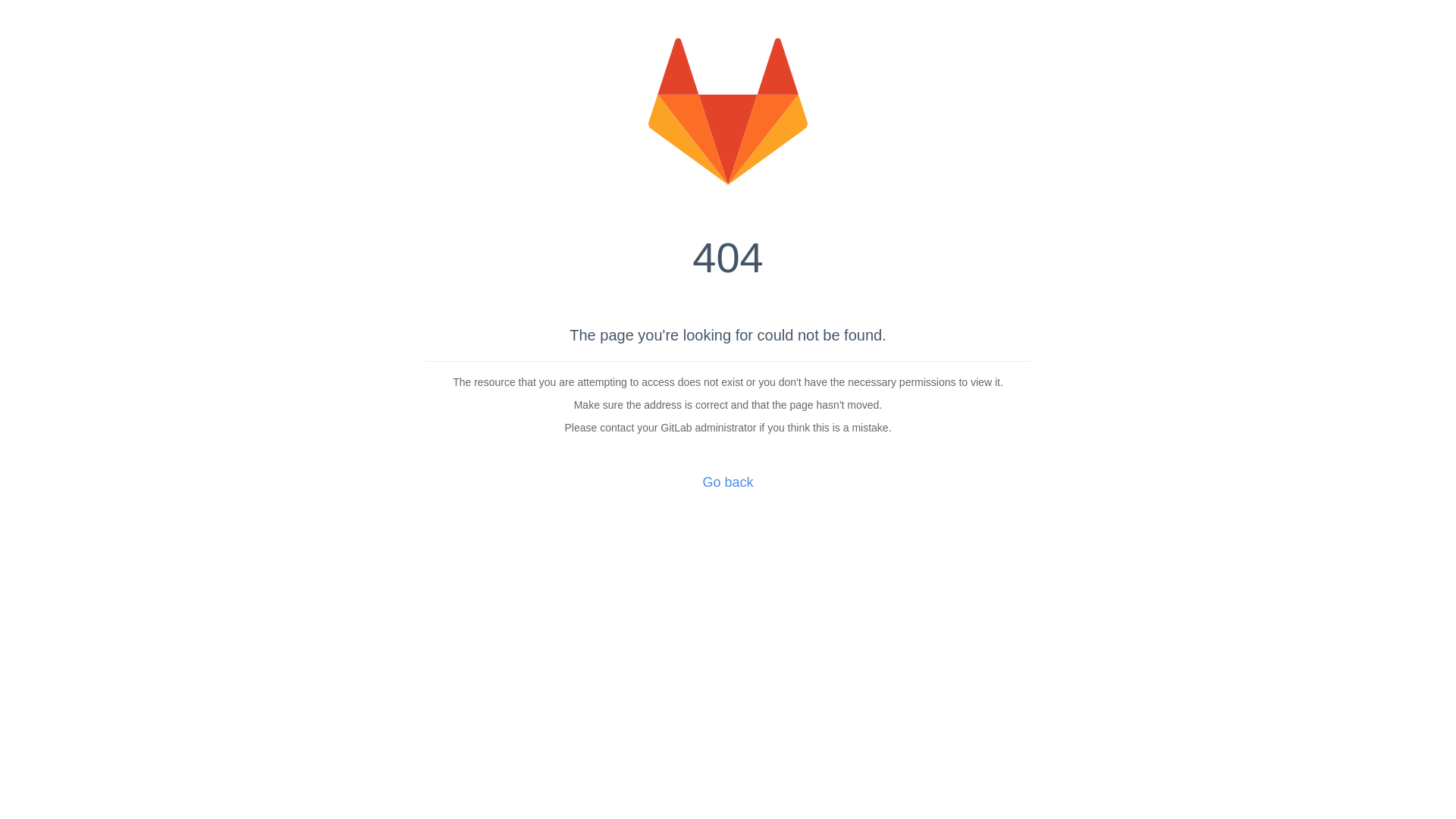  Describe the element at coordinates (726, 482) in the screenshot. I see `'Go back'` at that location.